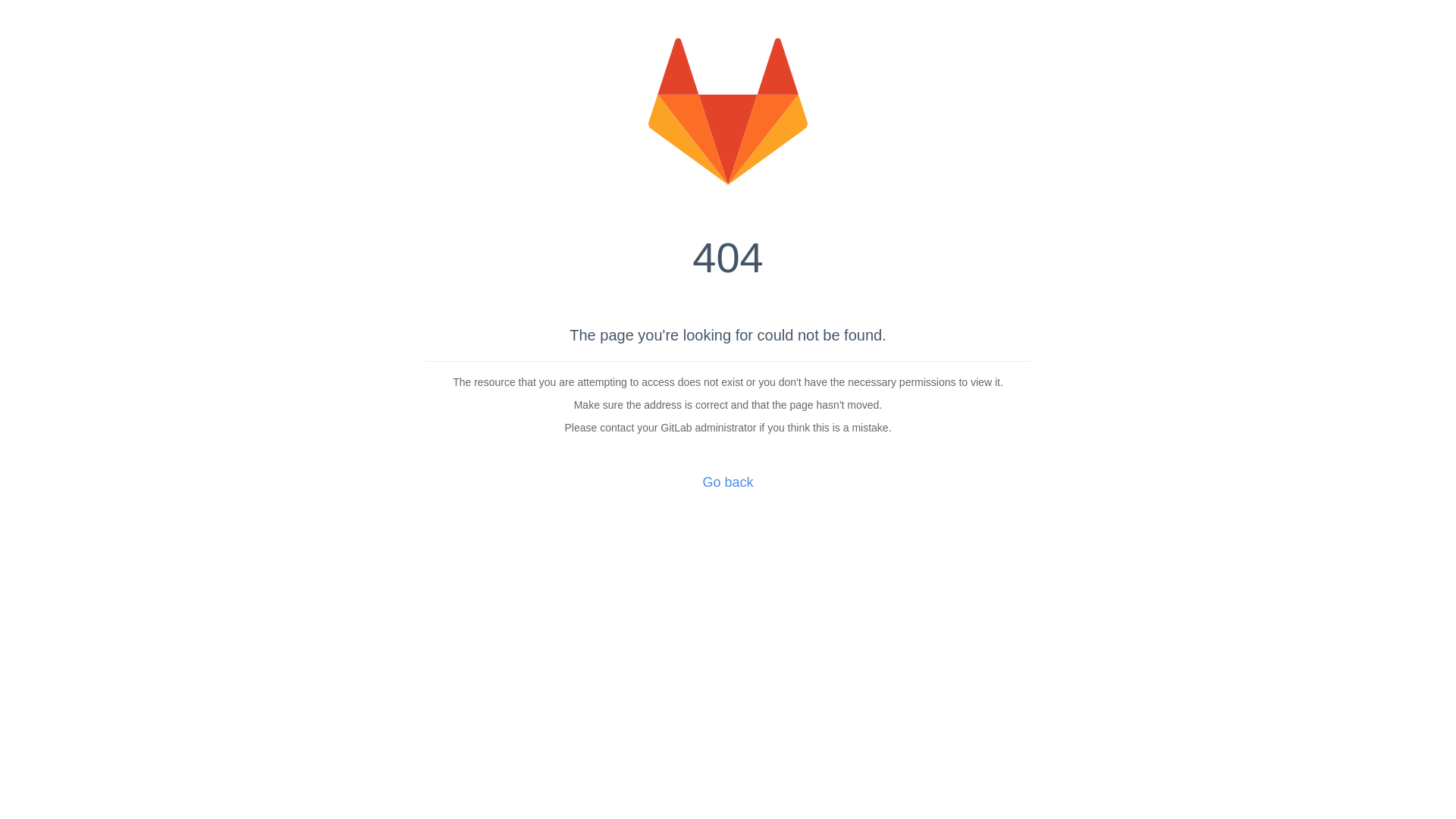  Describe the element at coordinates (726, 482) in the screenshot. I see `'Go back'` at that location.